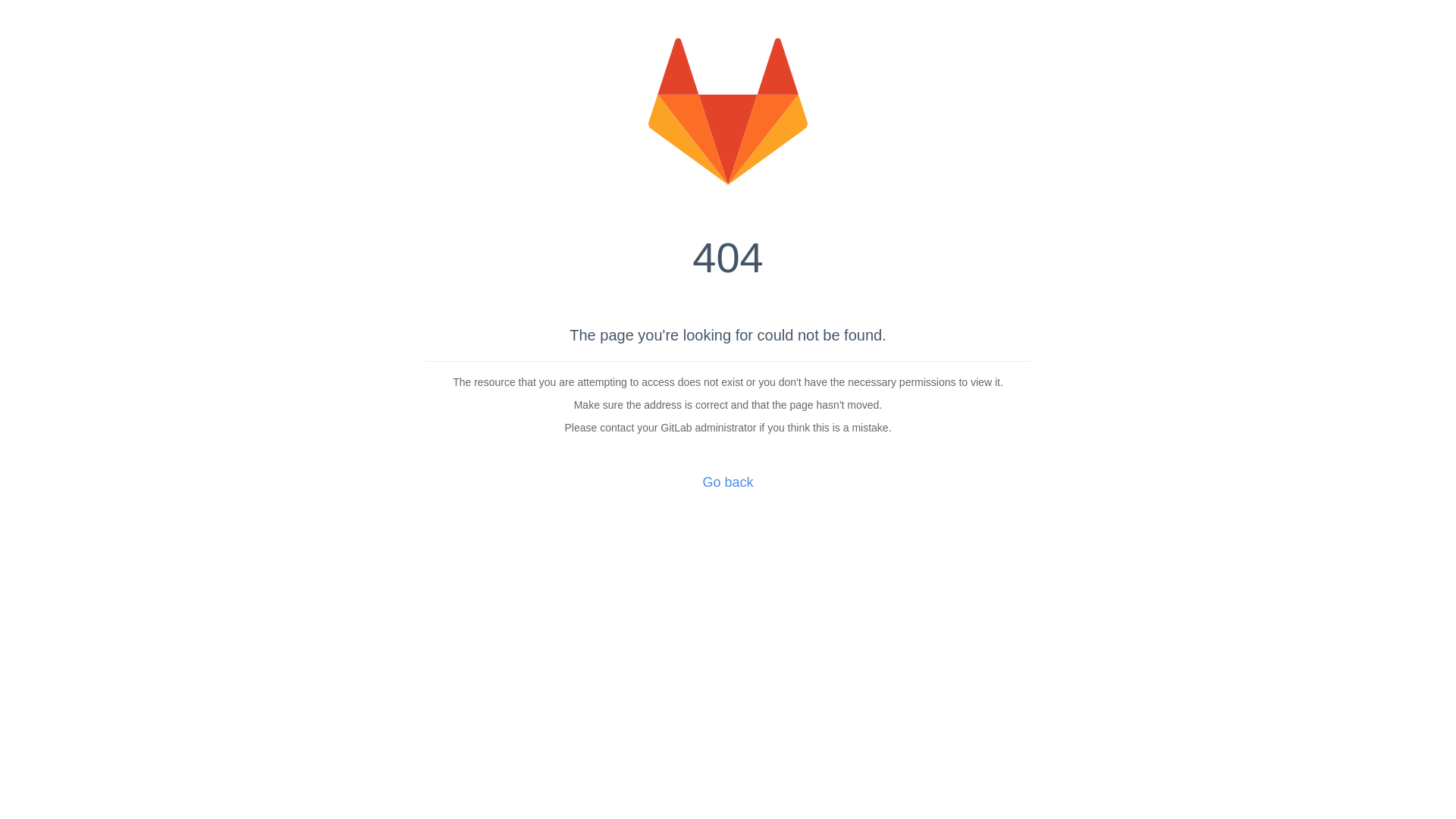  Describe the element at coordinates (726, 482) in the screenshot. I see `'Go back'` at that location.